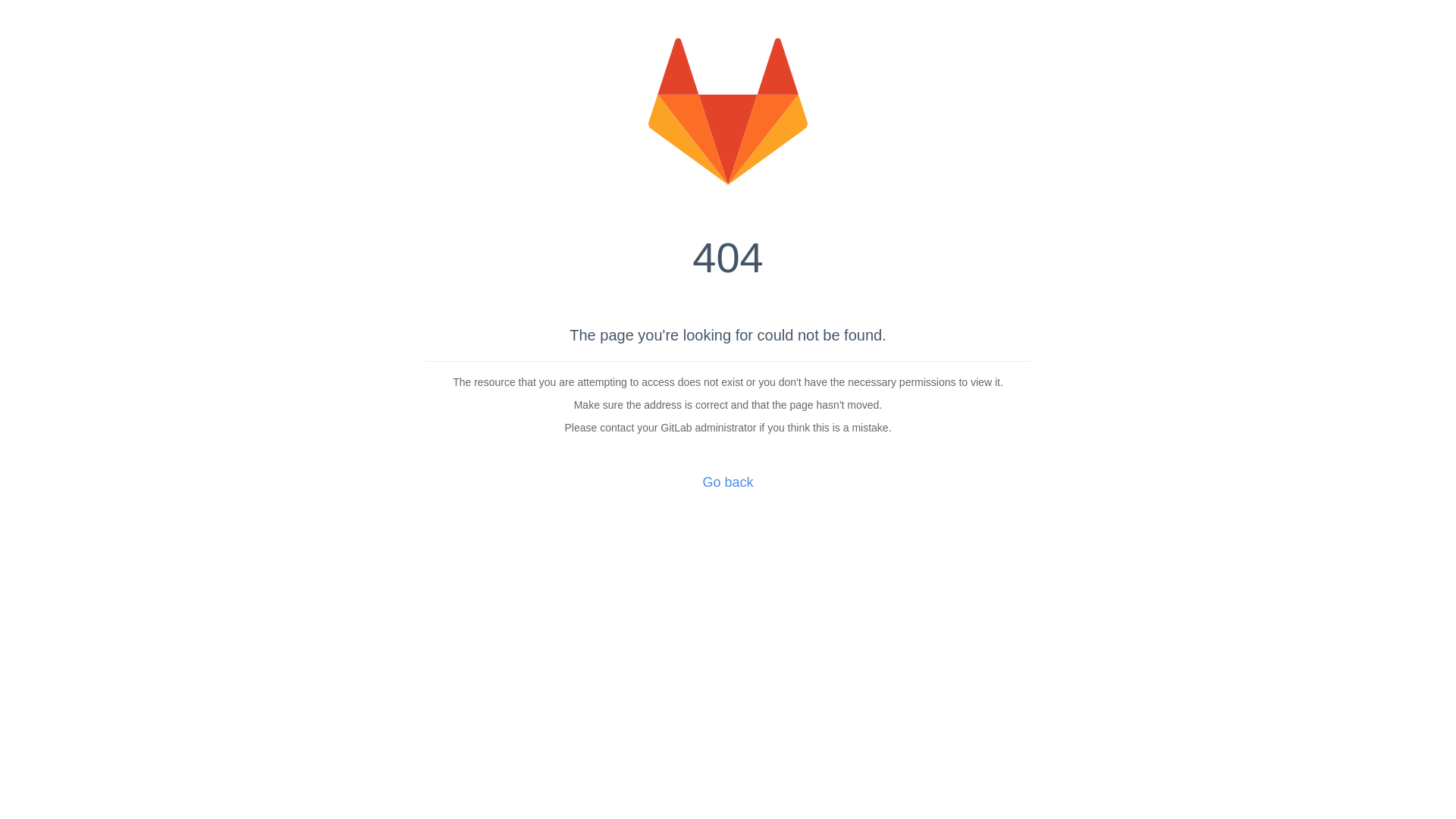  Describe the element at coordinates (726, 482) in the screenshot. I see `'Go back'` at that location.